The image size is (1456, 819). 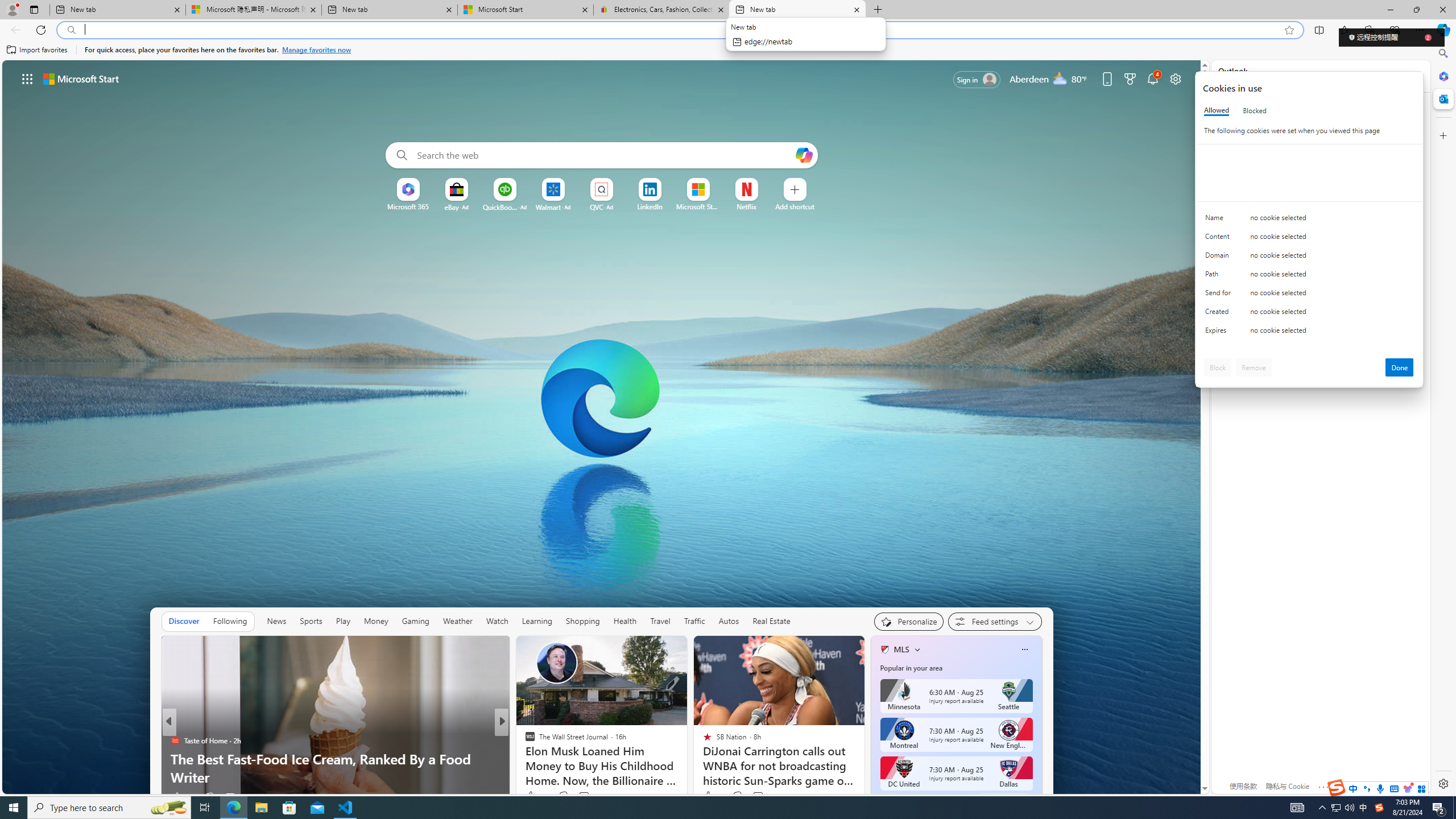 What do you see at coordinates (584, 797) in the screenshot?
I see `'View comments 5 Comment'` at bounding box center [584, 797].